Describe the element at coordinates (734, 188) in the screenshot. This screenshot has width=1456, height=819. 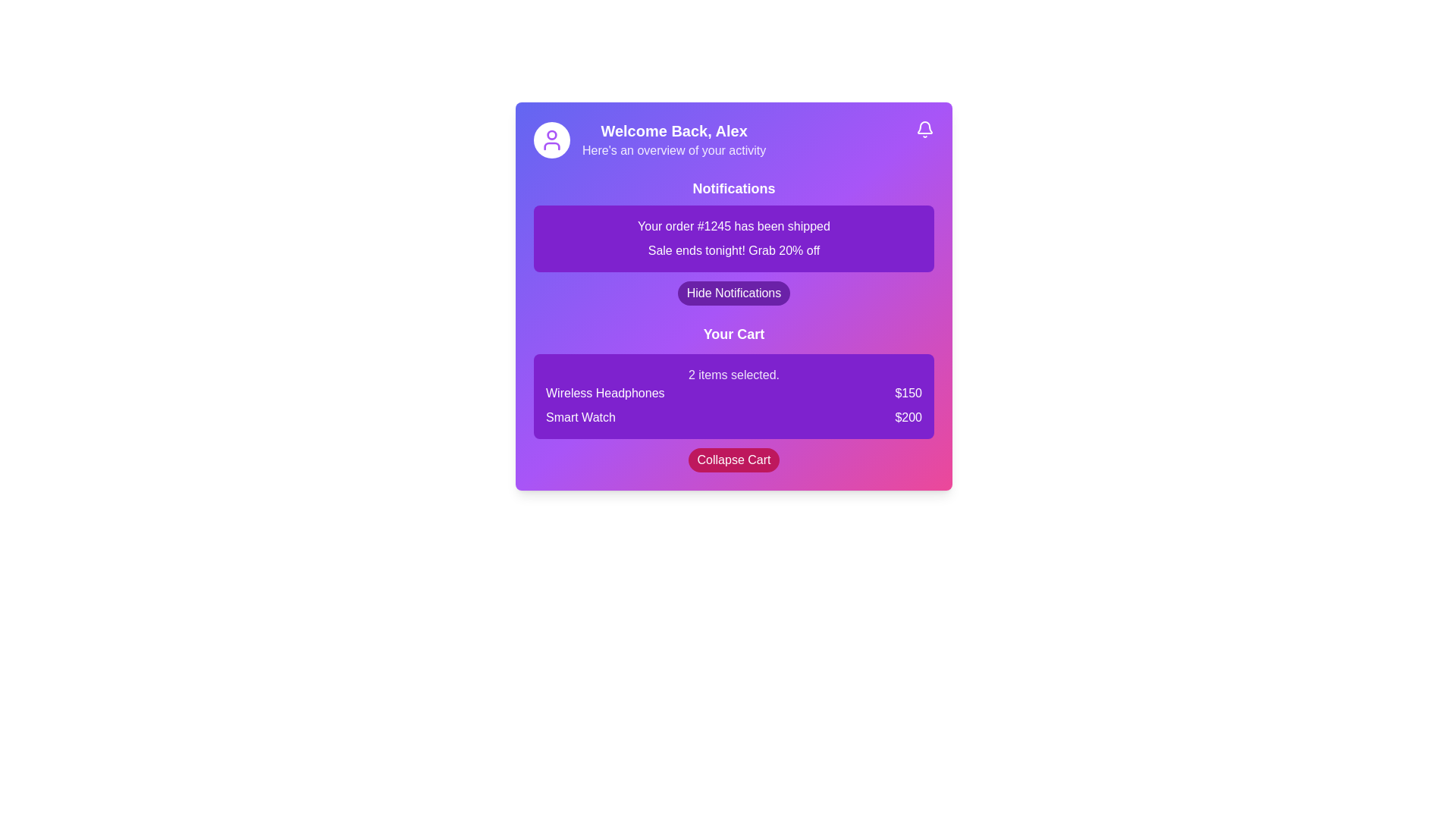
I see `text from the Section Header that displays 'Notifications', which is styled in bold, large white letters against a gradient purple background` at that location.